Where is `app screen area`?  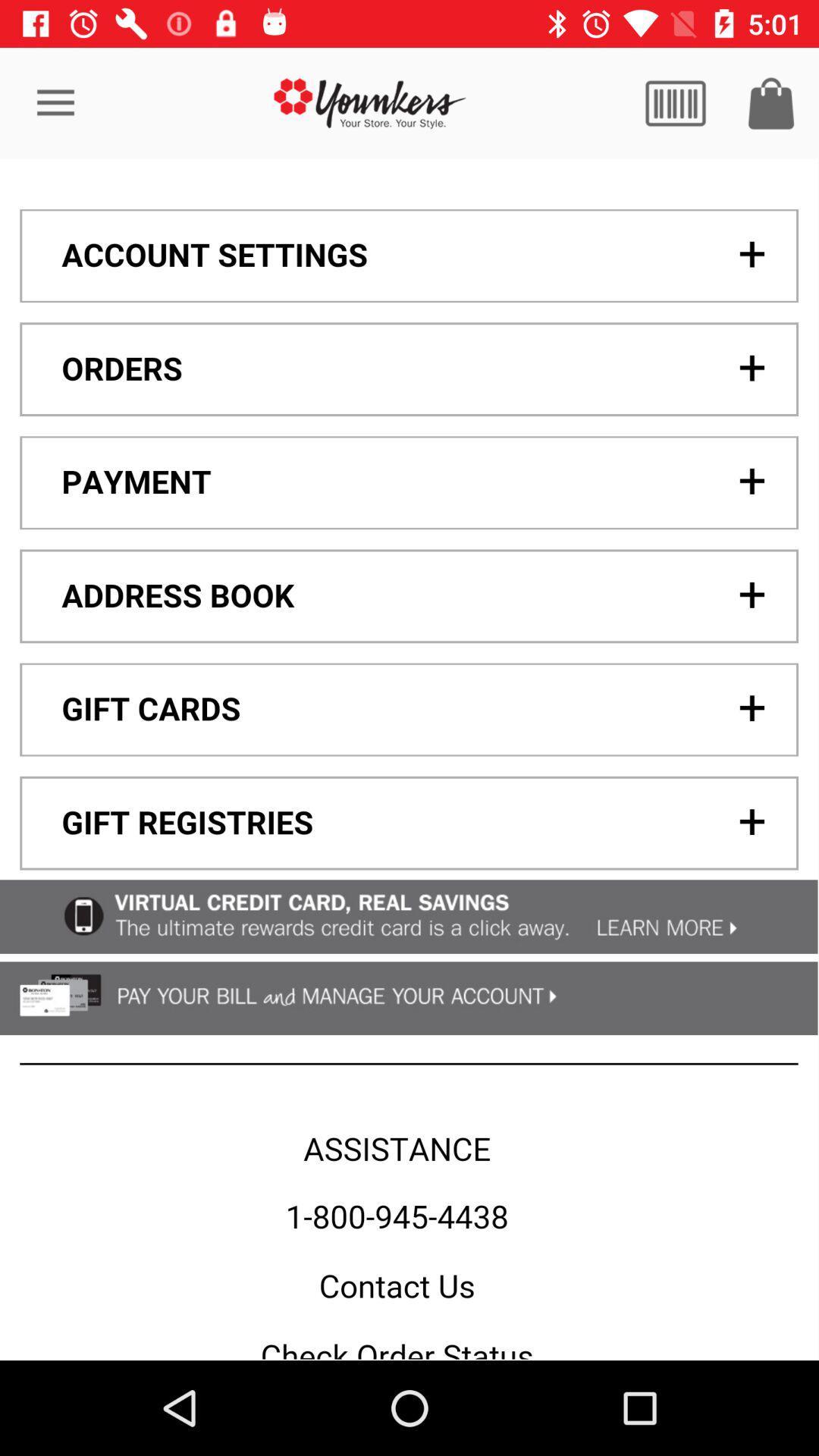 app screen area is located at coordinates (408, 759).